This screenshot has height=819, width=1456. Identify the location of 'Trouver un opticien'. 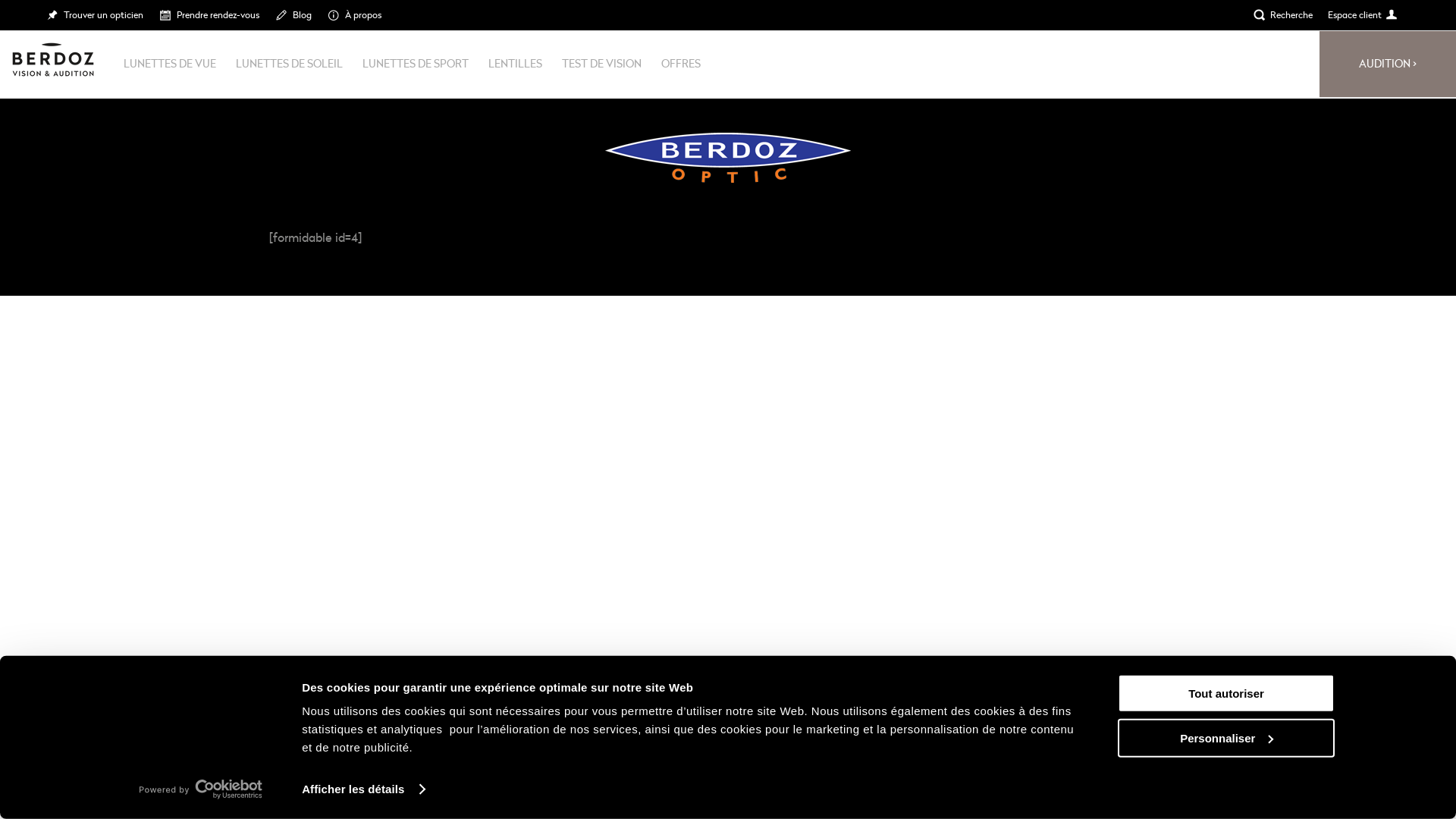
(93, 14).